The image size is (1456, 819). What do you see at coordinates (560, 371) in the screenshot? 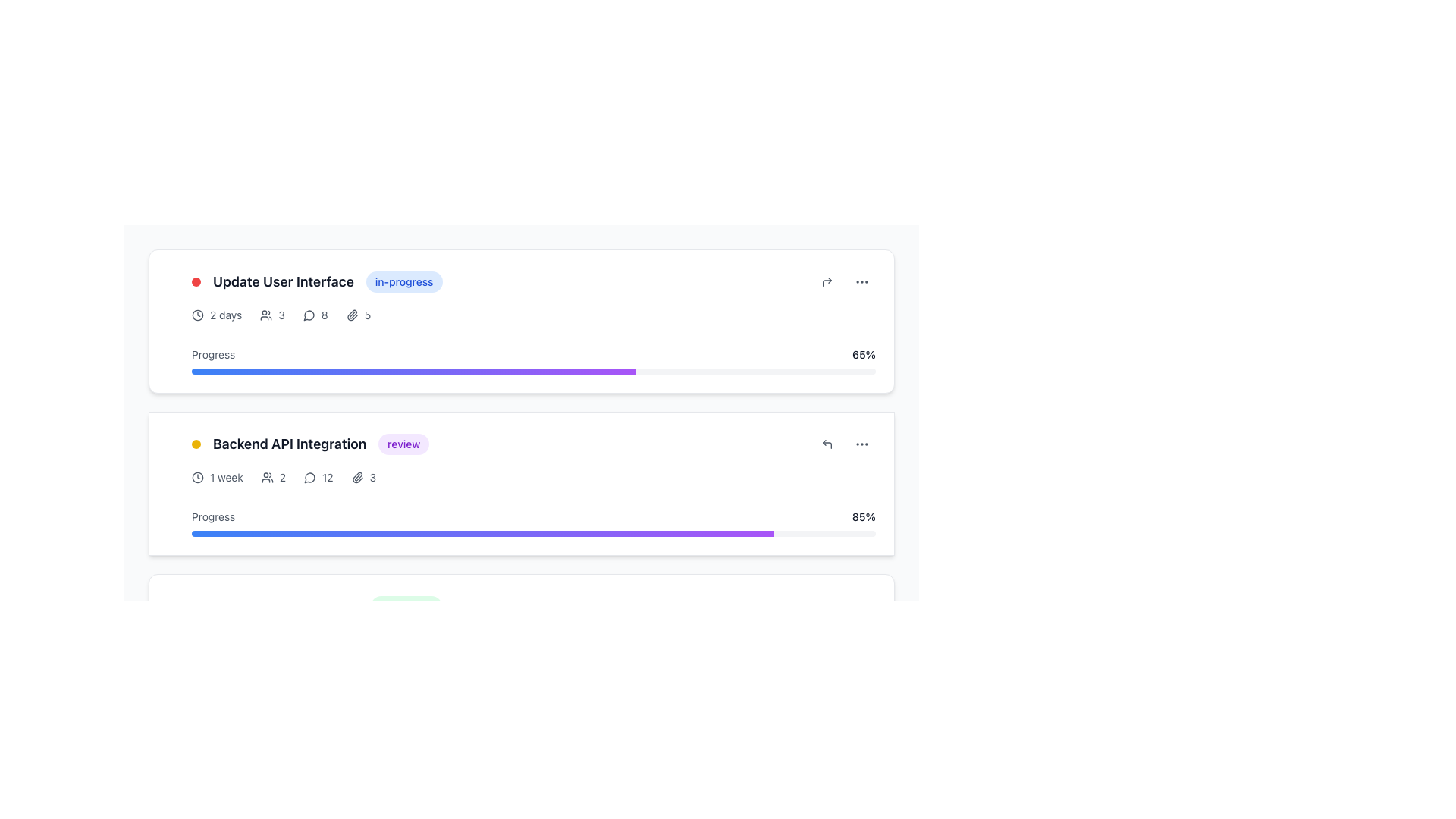
I see `progress` at bounding box center [560, 371].